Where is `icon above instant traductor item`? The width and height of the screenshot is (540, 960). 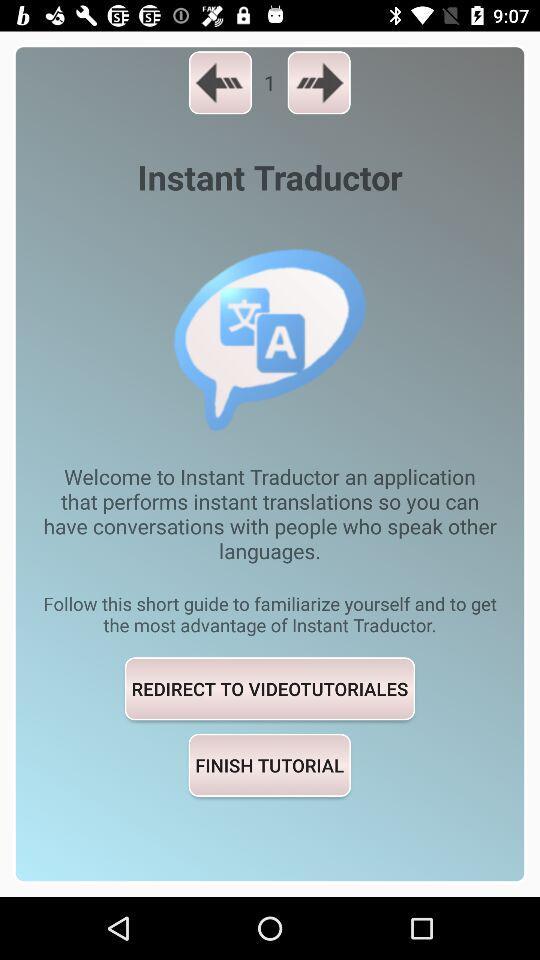 icon above instant traductor item is located at coordinates (319, 82).